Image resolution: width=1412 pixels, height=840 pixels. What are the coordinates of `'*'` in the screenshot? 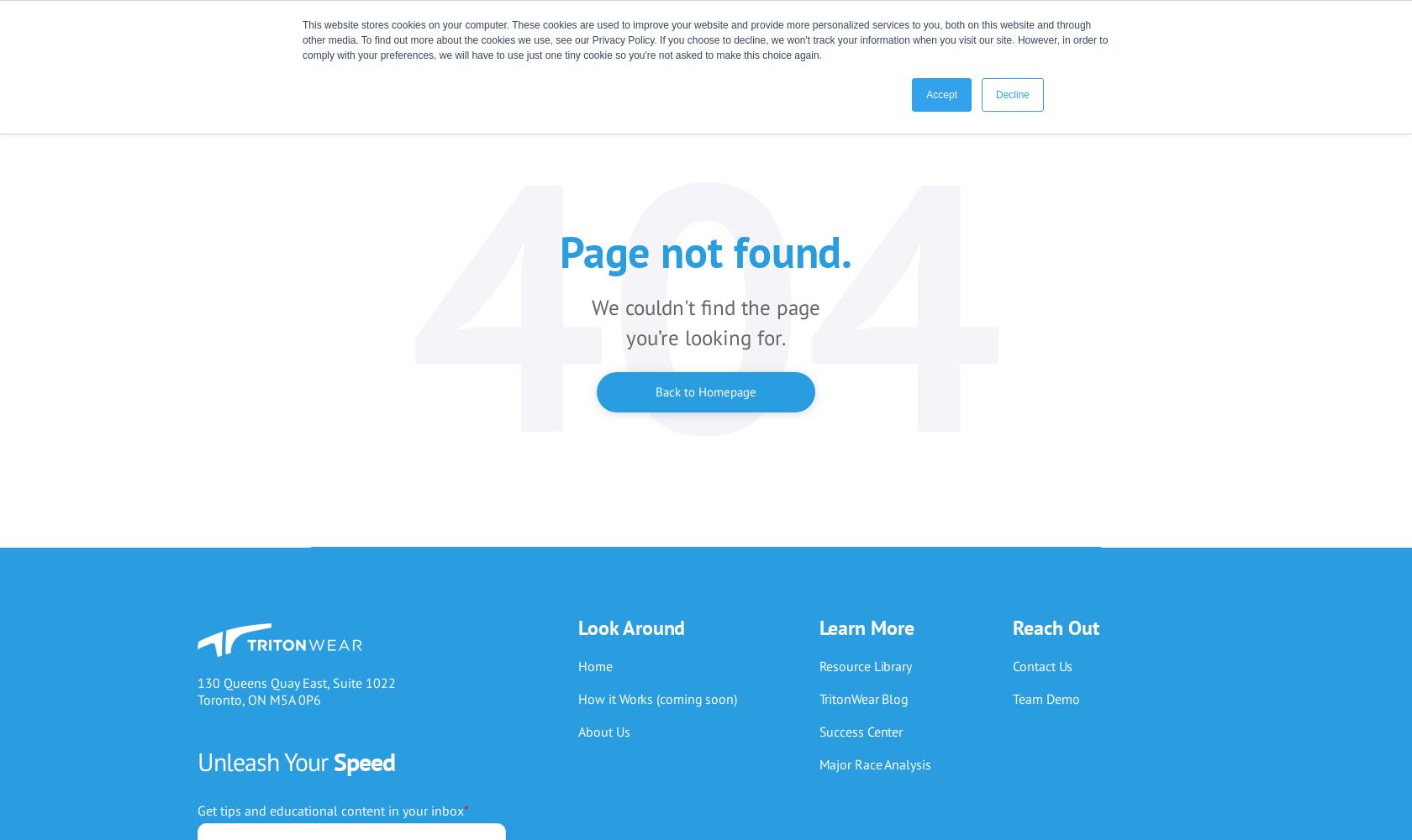 It's located at (466, 809).